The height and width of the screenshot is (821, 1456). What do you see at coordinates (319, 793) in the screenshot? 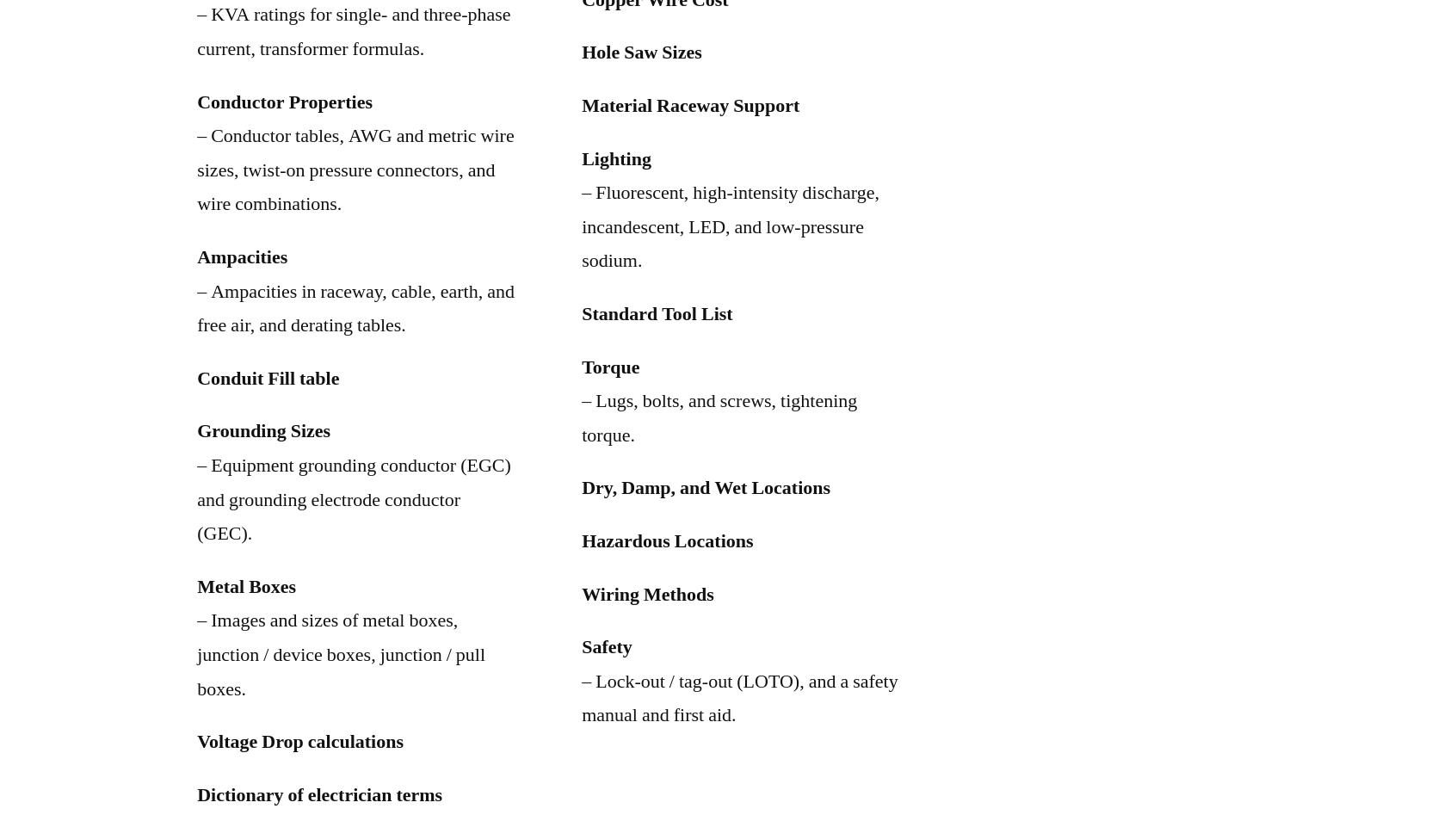
I see `'Dictionary of electrician terms'` at bounding box center [319, 793].